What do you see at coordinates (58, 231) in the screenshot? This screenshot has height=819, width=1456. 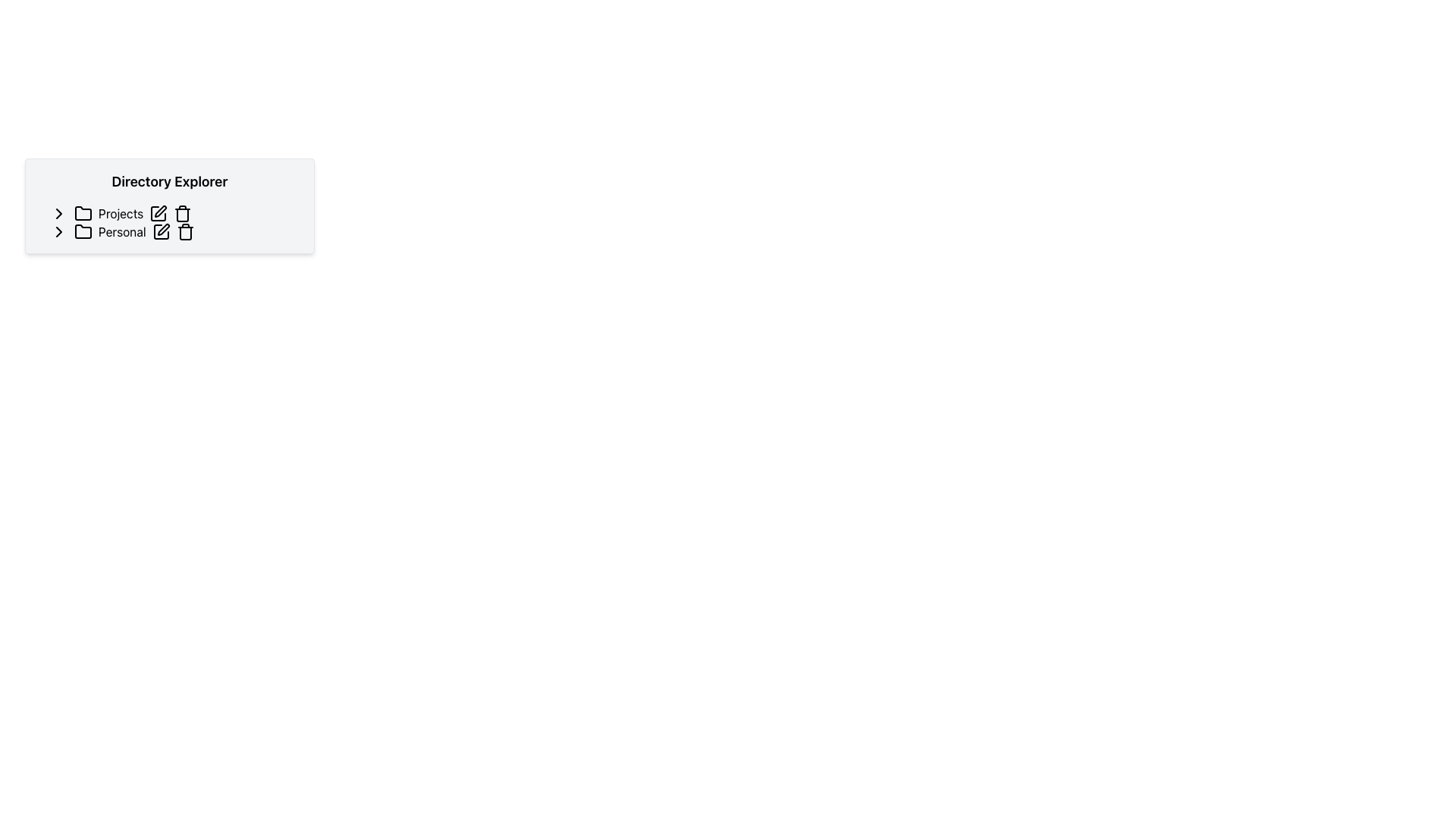 I see `the right-facing chevron icon located to the far left of the 'Personal' group` at bounding box center [58, 231].